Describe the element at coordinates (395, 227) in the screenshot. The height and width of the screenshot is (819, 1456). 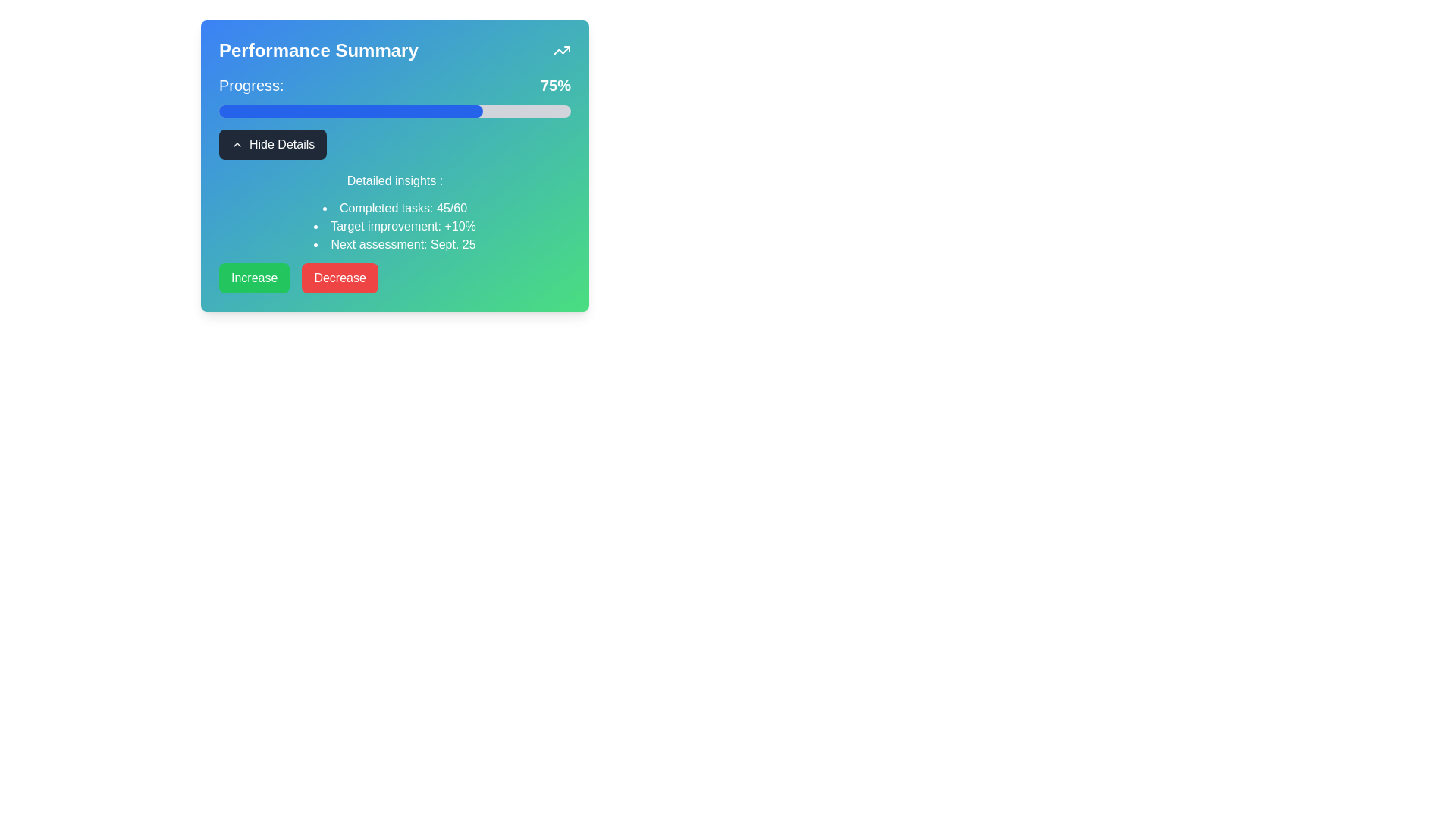
I see `the Bullet list located below the heading 'Detailed insights :' and above the 'Increase' and 'Decrease' buttons, which provides performance information including completed tasks, improvement targets, and upcoming assessment dates` at that location.